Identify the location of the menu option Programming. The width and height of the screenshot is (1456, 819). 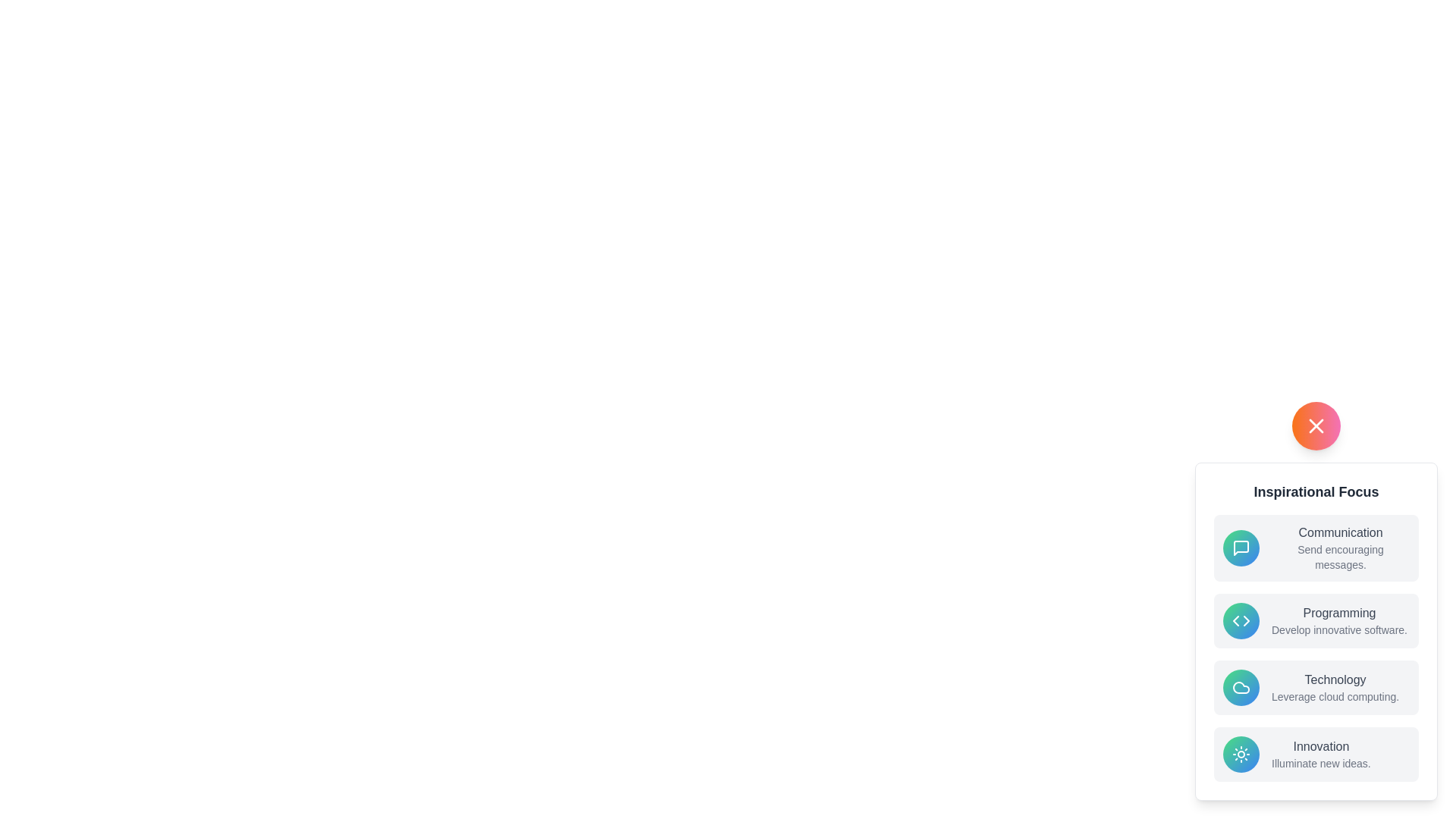
(1316, 620).